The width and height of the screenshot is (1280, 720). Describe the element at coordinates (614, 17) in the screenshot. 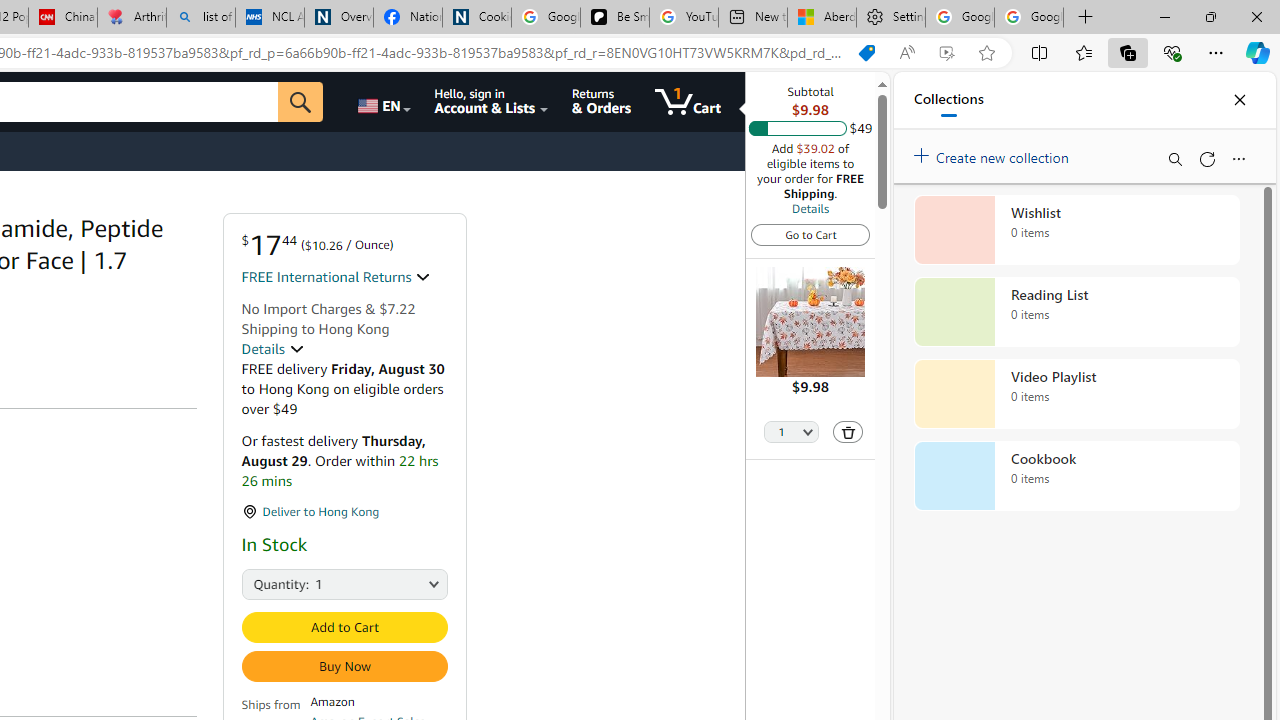

I see `'Be Smart | creating Science videos | Patreon'` at that location.